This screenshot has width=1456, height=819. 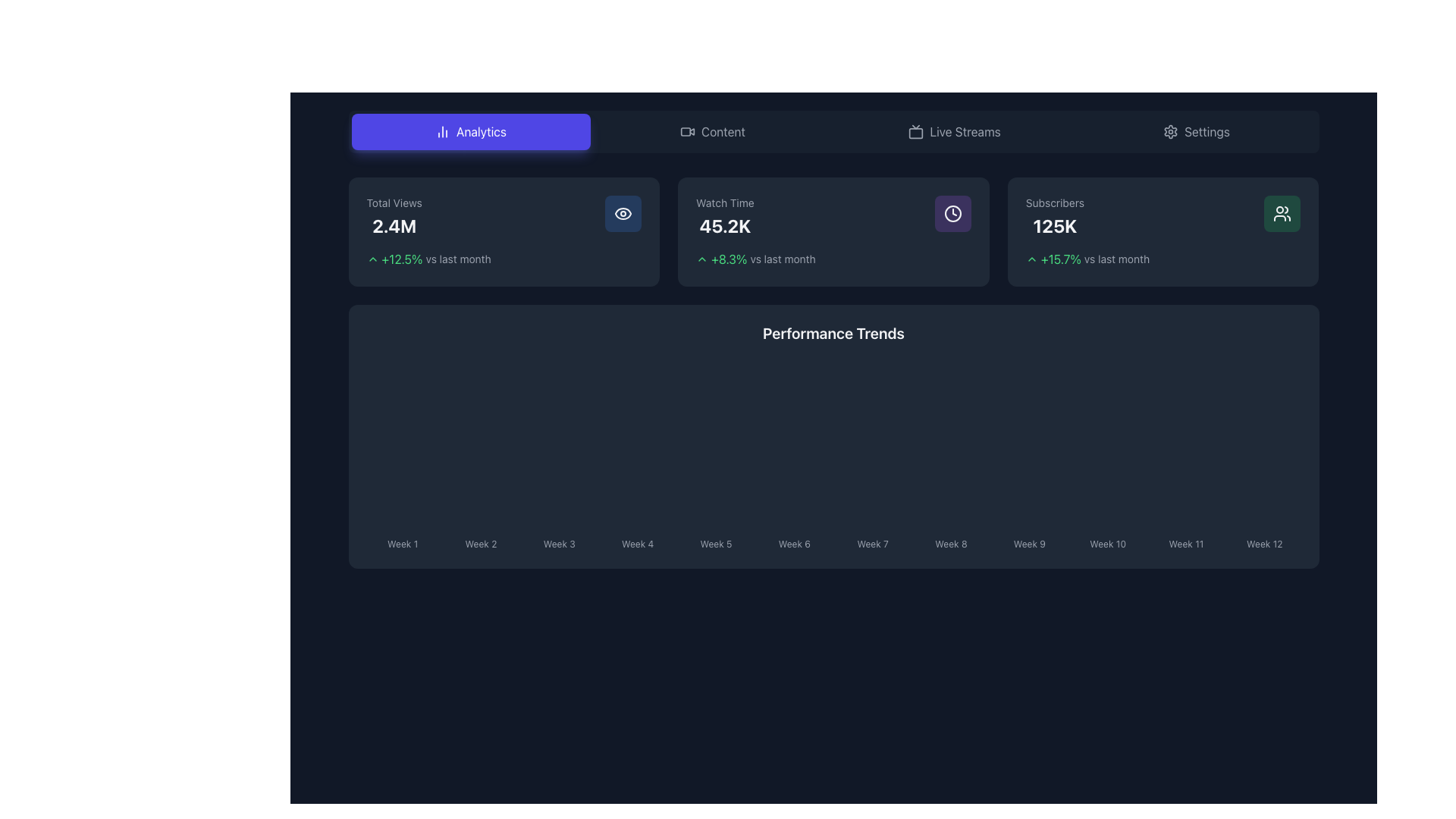 I want to click on the gear-shaped settings icon located, so click(x=1170, y=130).